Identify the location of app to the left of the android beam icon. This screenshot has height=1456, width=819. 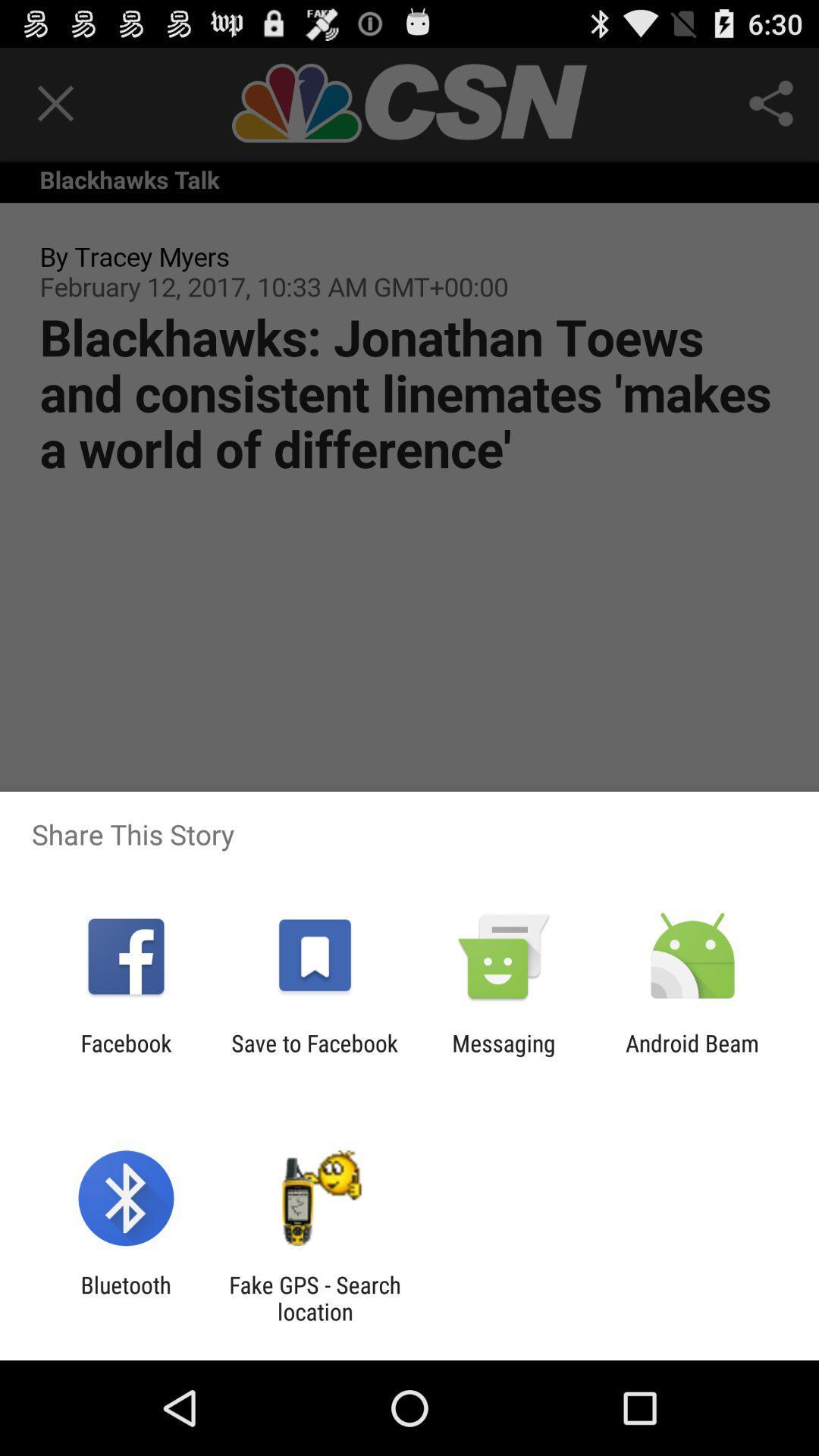
(504, 1056).